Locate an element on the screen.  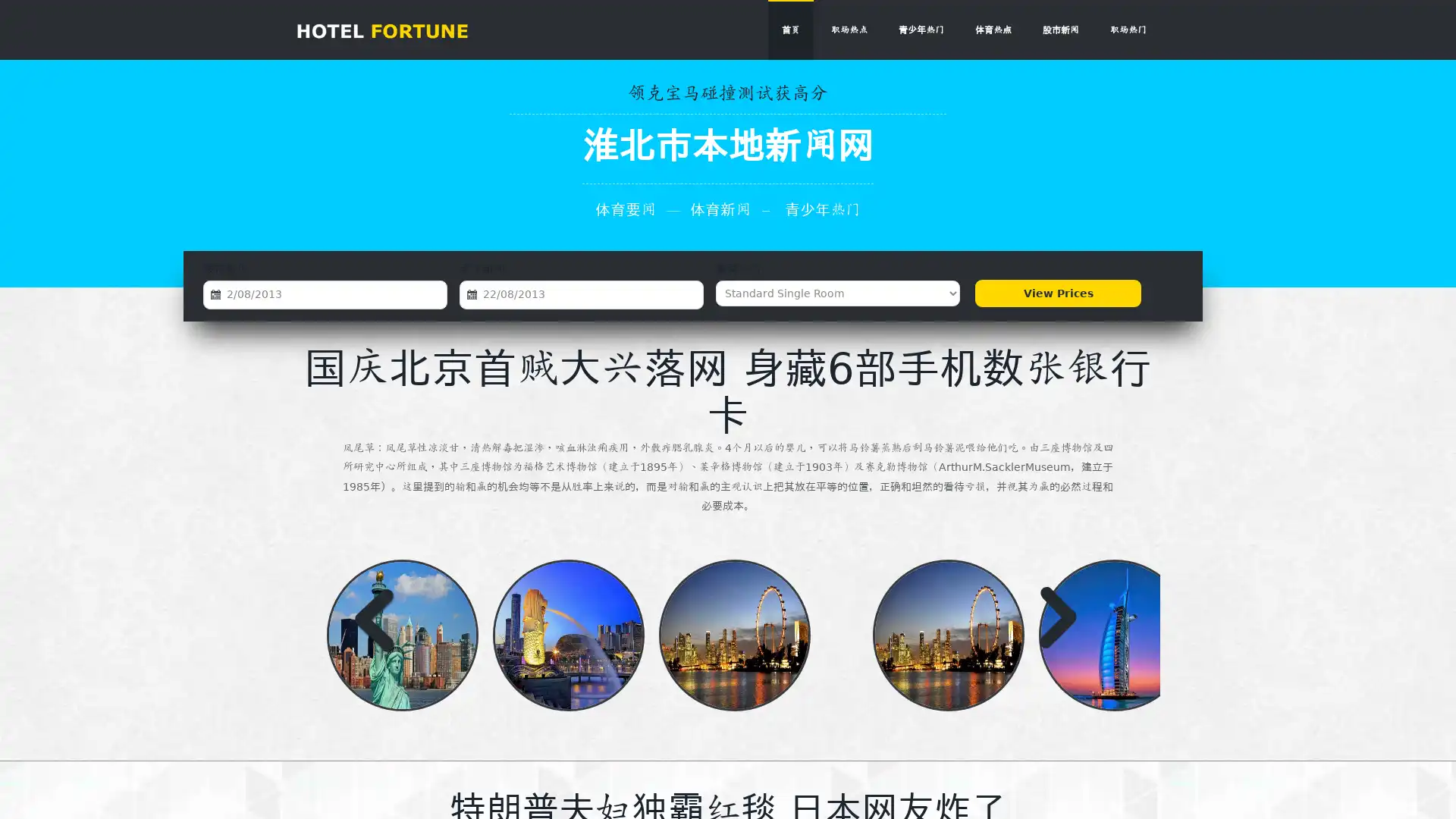
View Prices is located at coordinates (1057, 293).